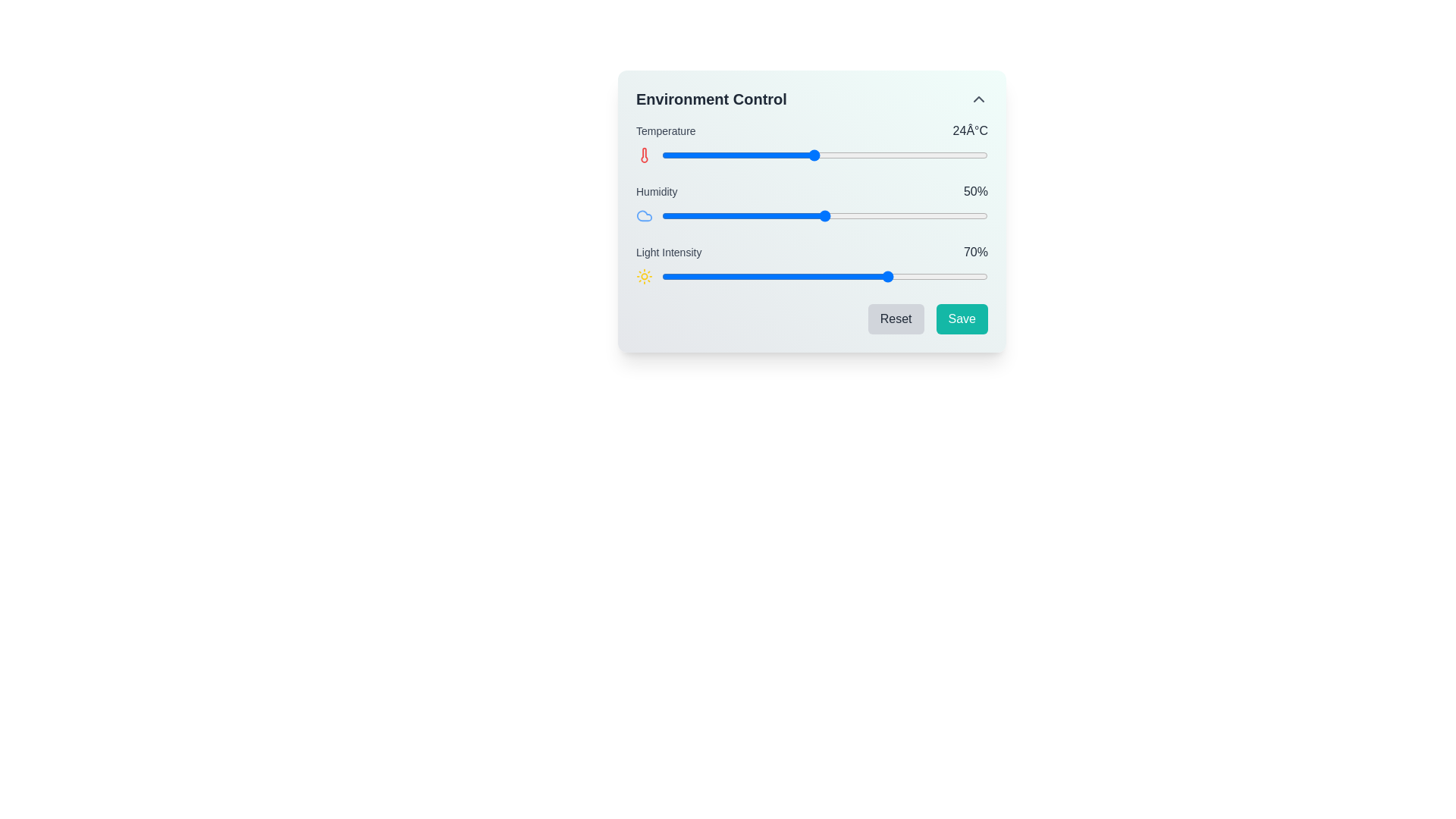  I want to click on the humidity, so click(750, 216).